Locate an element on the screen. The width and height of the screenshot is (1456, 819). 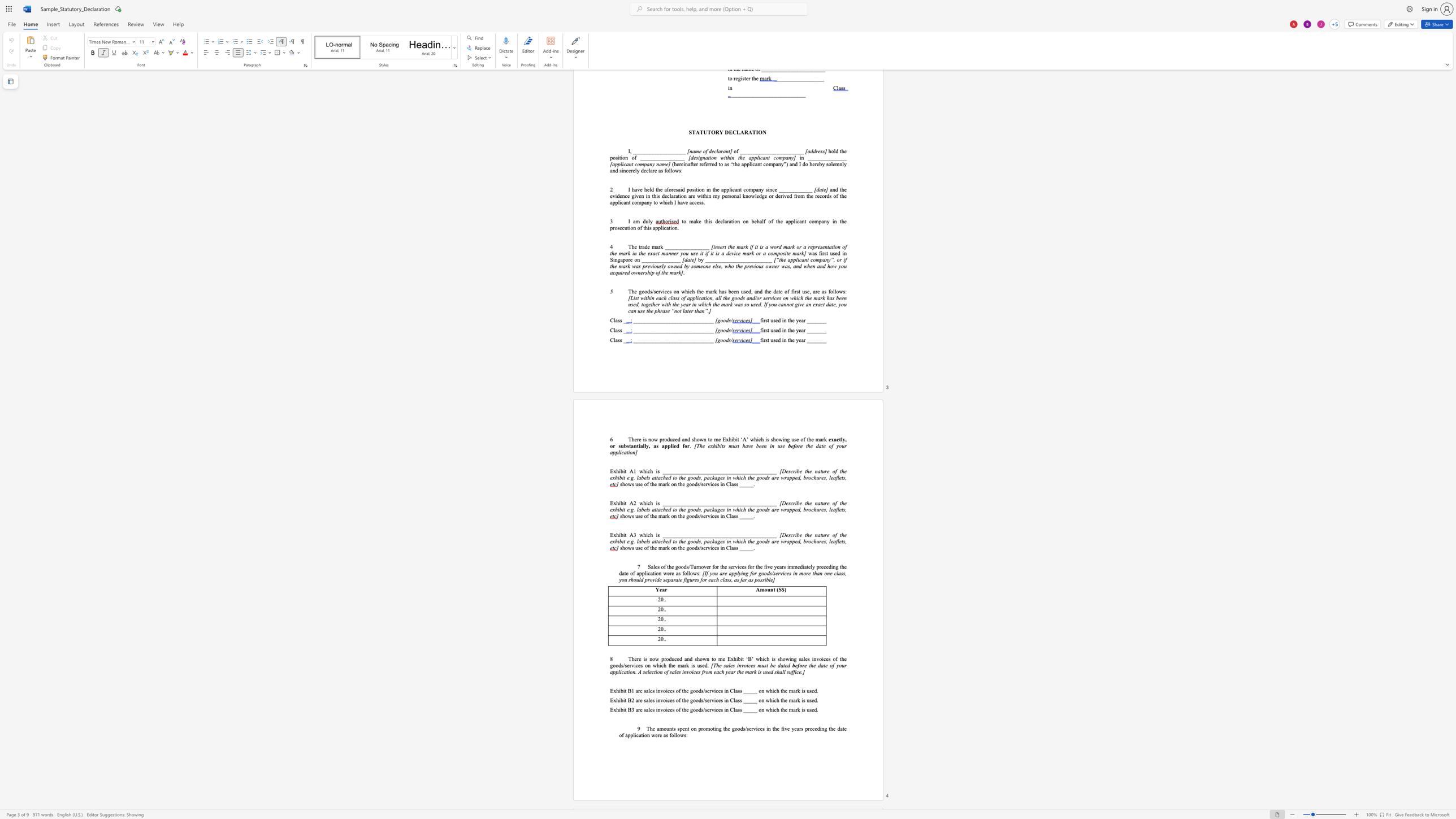
the 33th character "_" in the text is located at coordinates (753, 534).